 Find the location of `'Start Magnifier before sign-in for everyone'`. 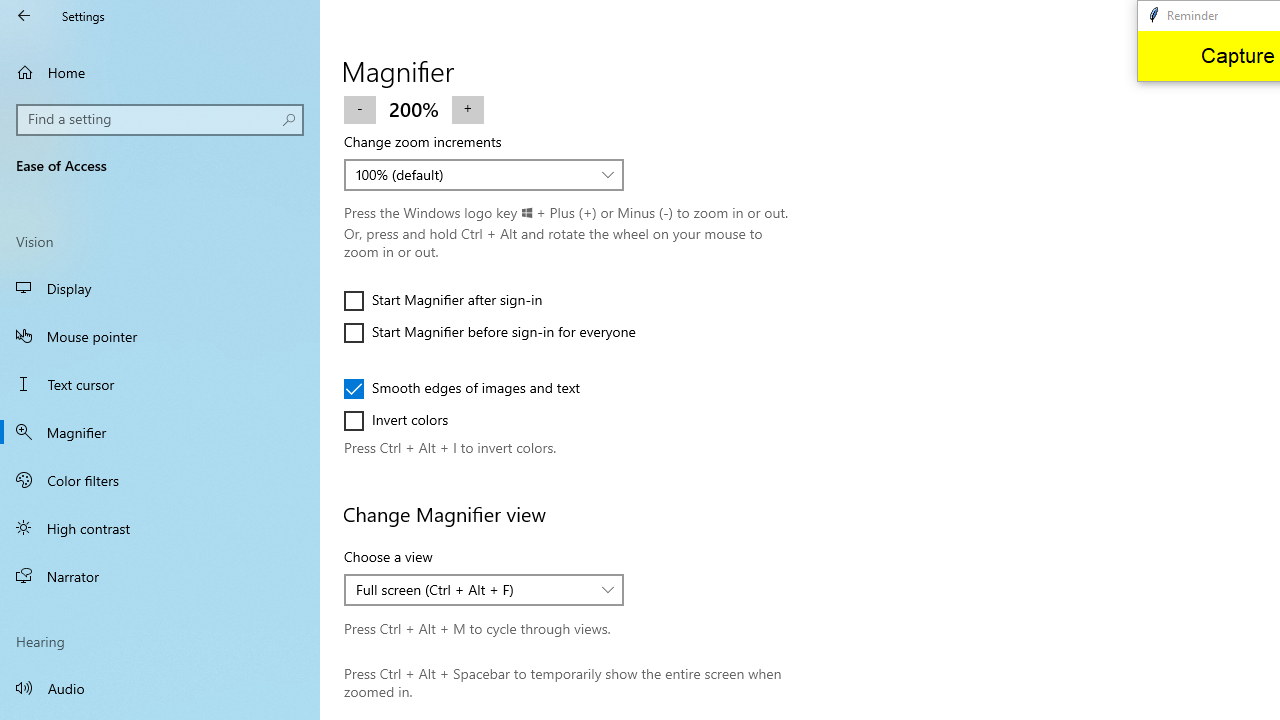

'Start Magnifier before sign-in for everyone' is located at coordinates (490, 332).